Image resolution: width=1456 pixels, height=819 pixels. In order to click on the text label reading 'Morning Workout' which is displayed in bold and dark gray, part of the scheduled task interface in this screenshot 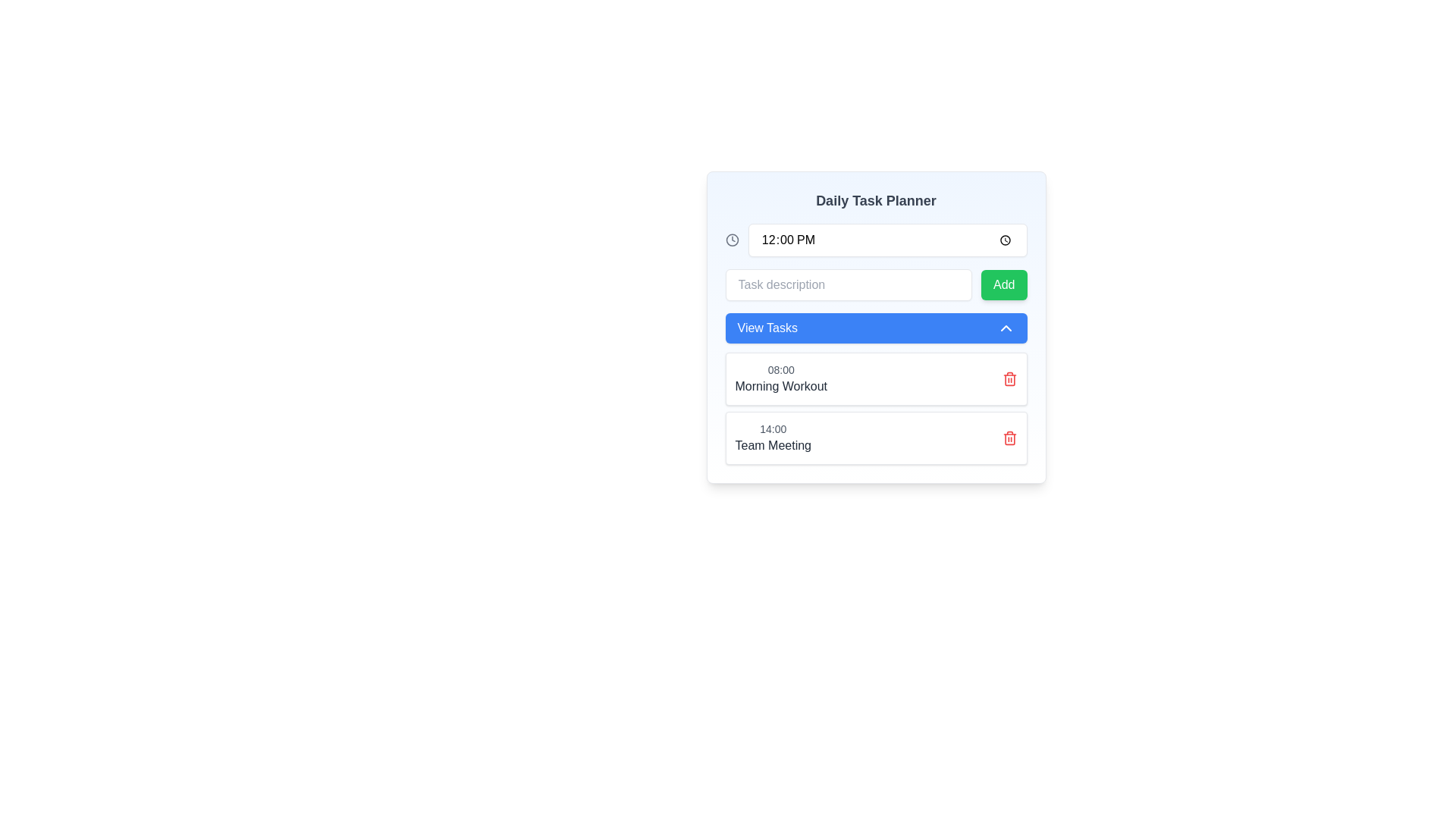, I will do `click(781, 385)`.